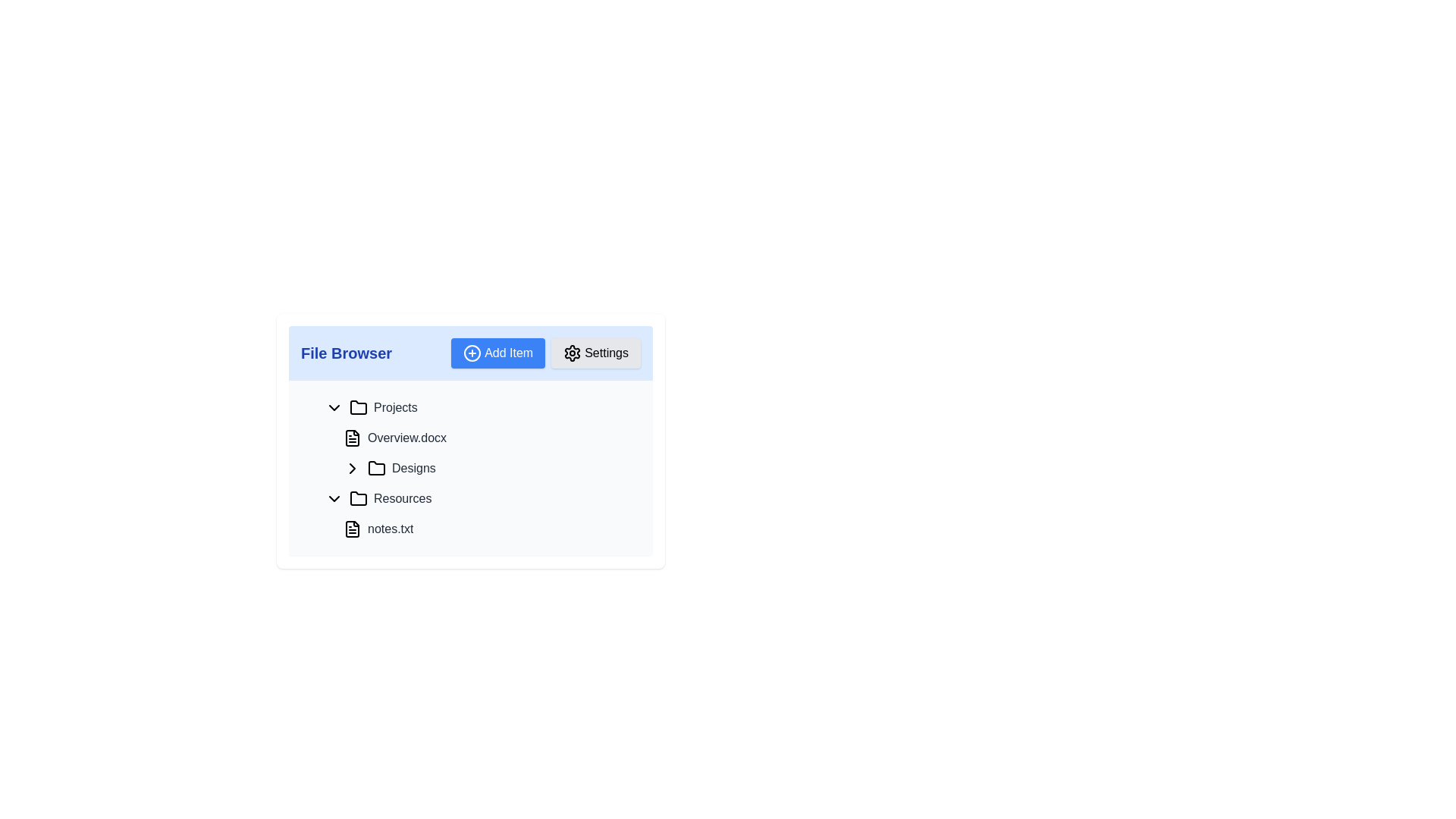 This screenshot has height=819, width=1456. What do you see at coordinates (377, 467) in the screenshot?
I see `the decorative folder icon located to the left of the 'Designs' item label in the file browsing section` at bounding box center [377, 467].